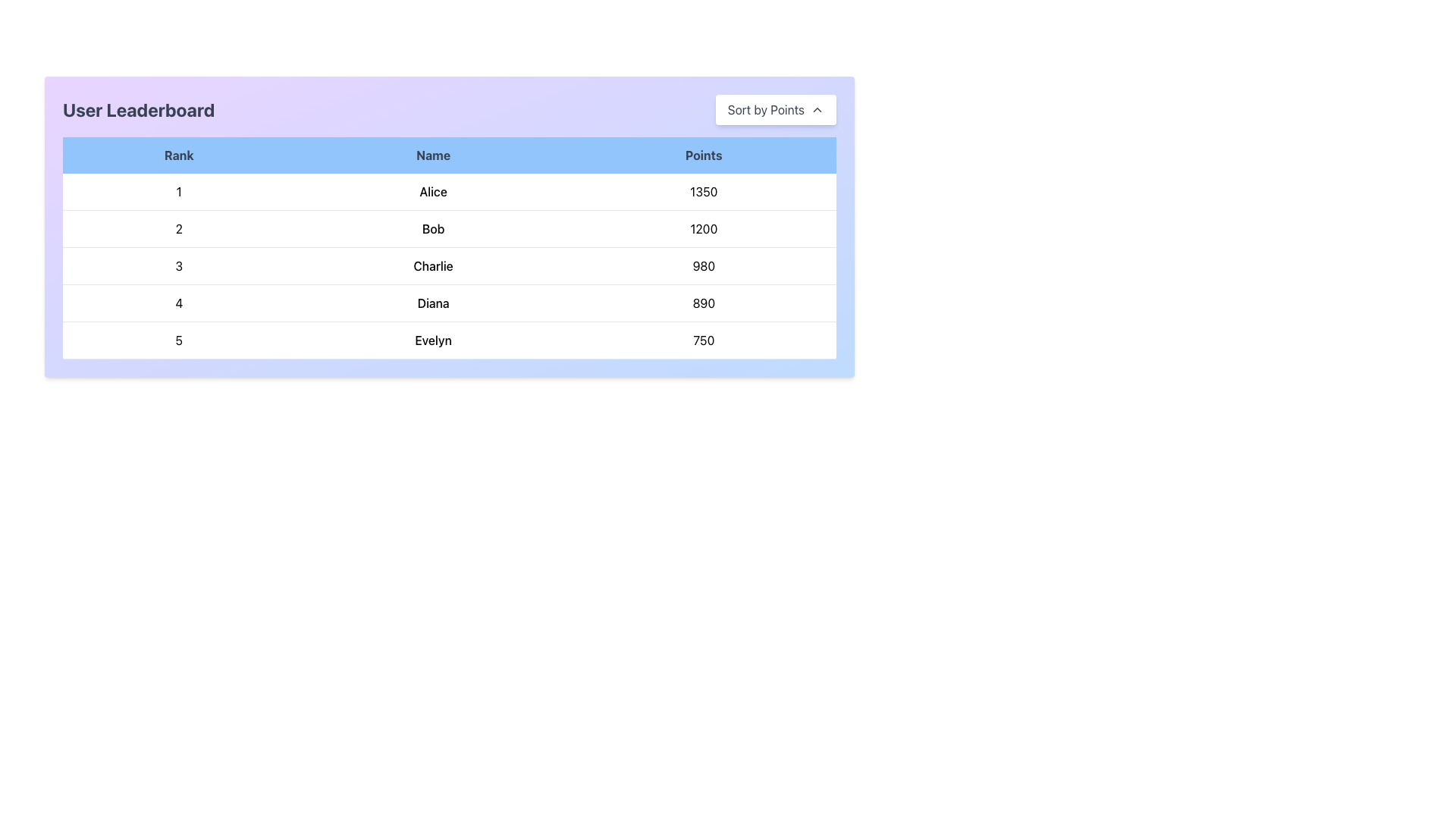 This screenshot has height=819, width=1456. I want to click on the text element displaying 'Evelyn' in the user leaderboard table, located in the fifth row and second column, so click(432, 339).